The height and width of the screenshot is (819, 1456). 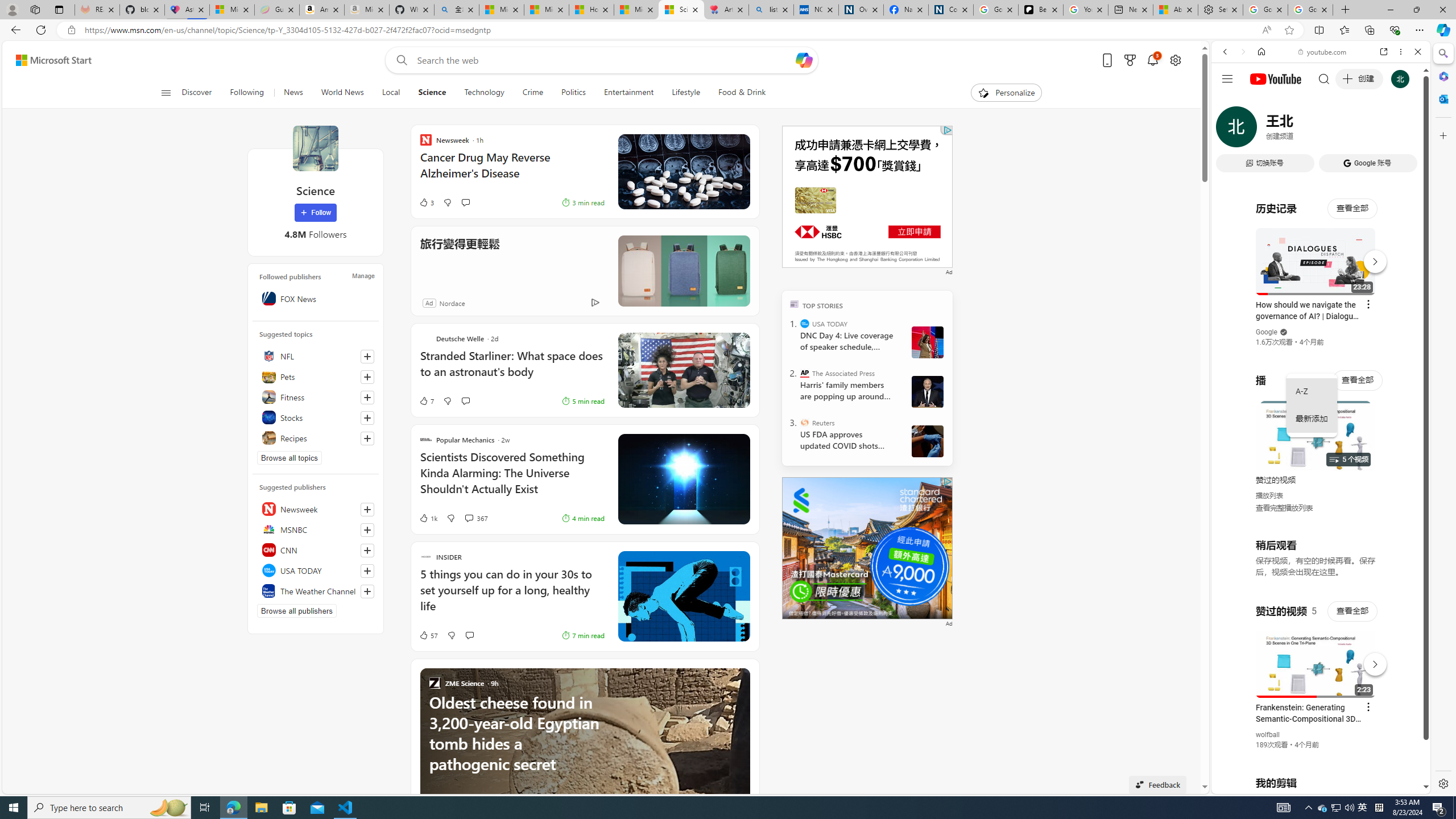 I want to click on 'Lifestyle', so click(x=685, y=92).